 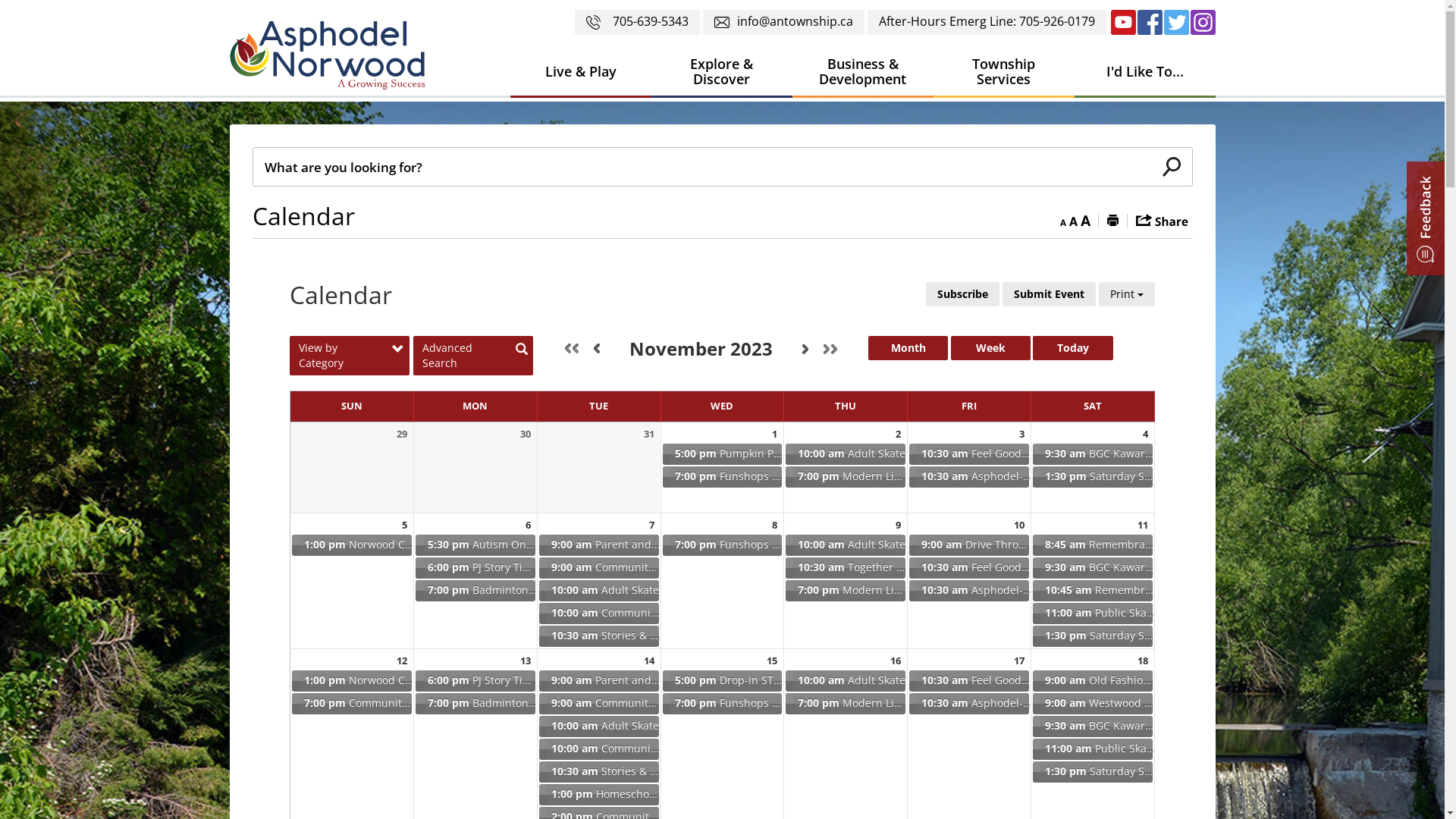 What do you see at coordinates (701, 22) in the screenshot?
I see `'info@antownship.ca'` at bounding box center [701, 22].